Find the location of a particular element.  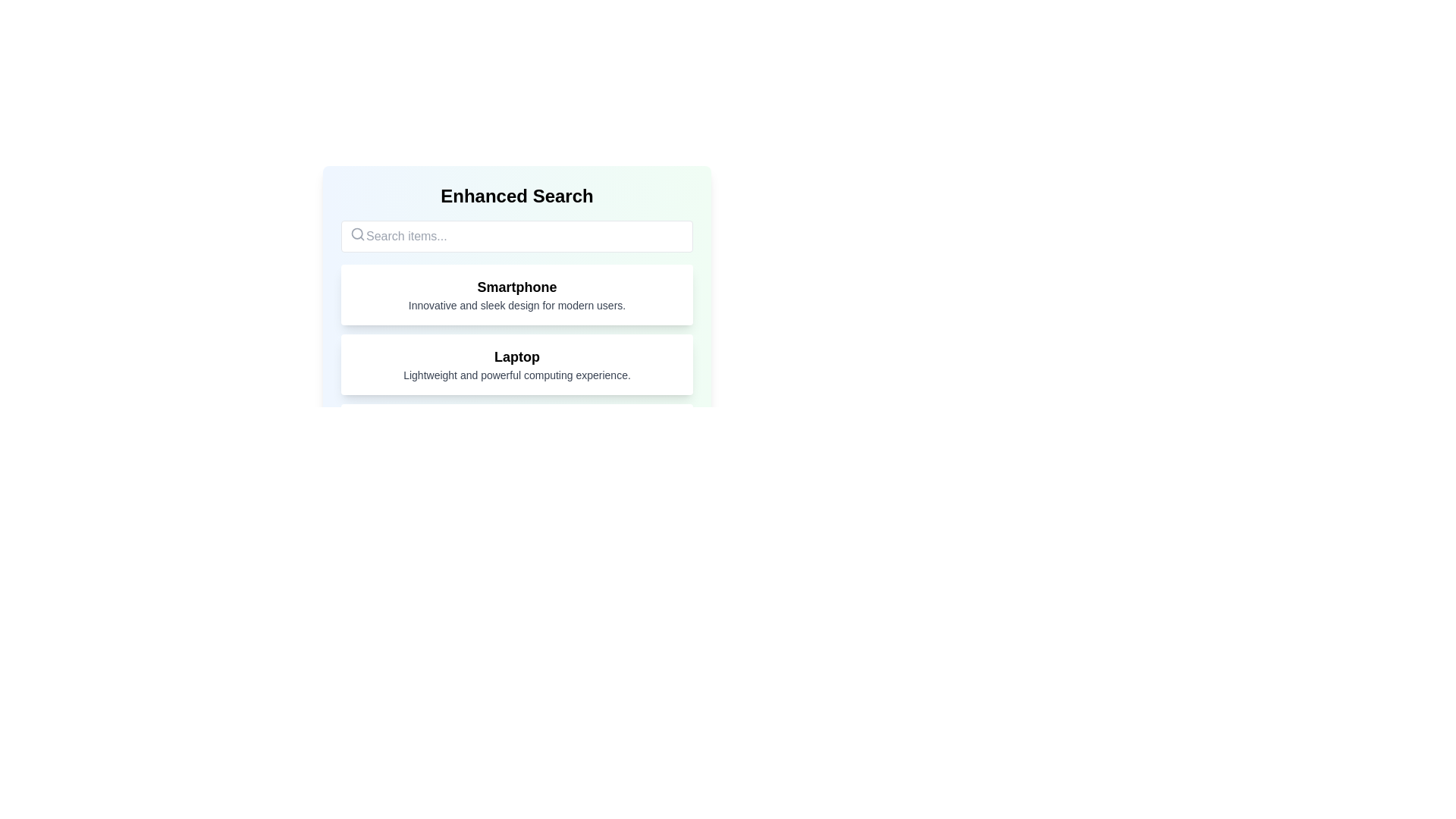

the 'Laptop' text label, which is a bold and enlarged heading within the second panel of a vertical sequence, distinguishing it from surrounding text is located at coordinates (516, 356).